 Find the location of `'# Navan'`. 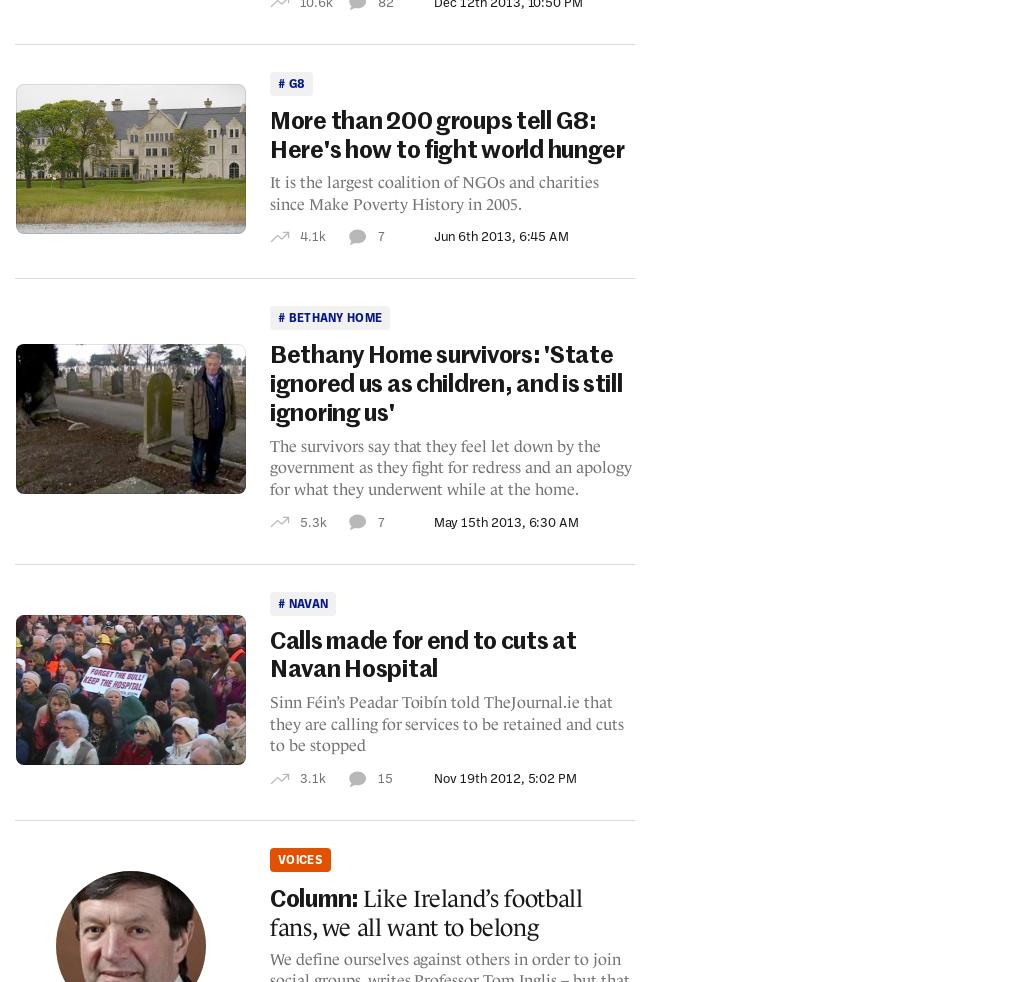

'# Navan' is located at coordinates (301, 601).